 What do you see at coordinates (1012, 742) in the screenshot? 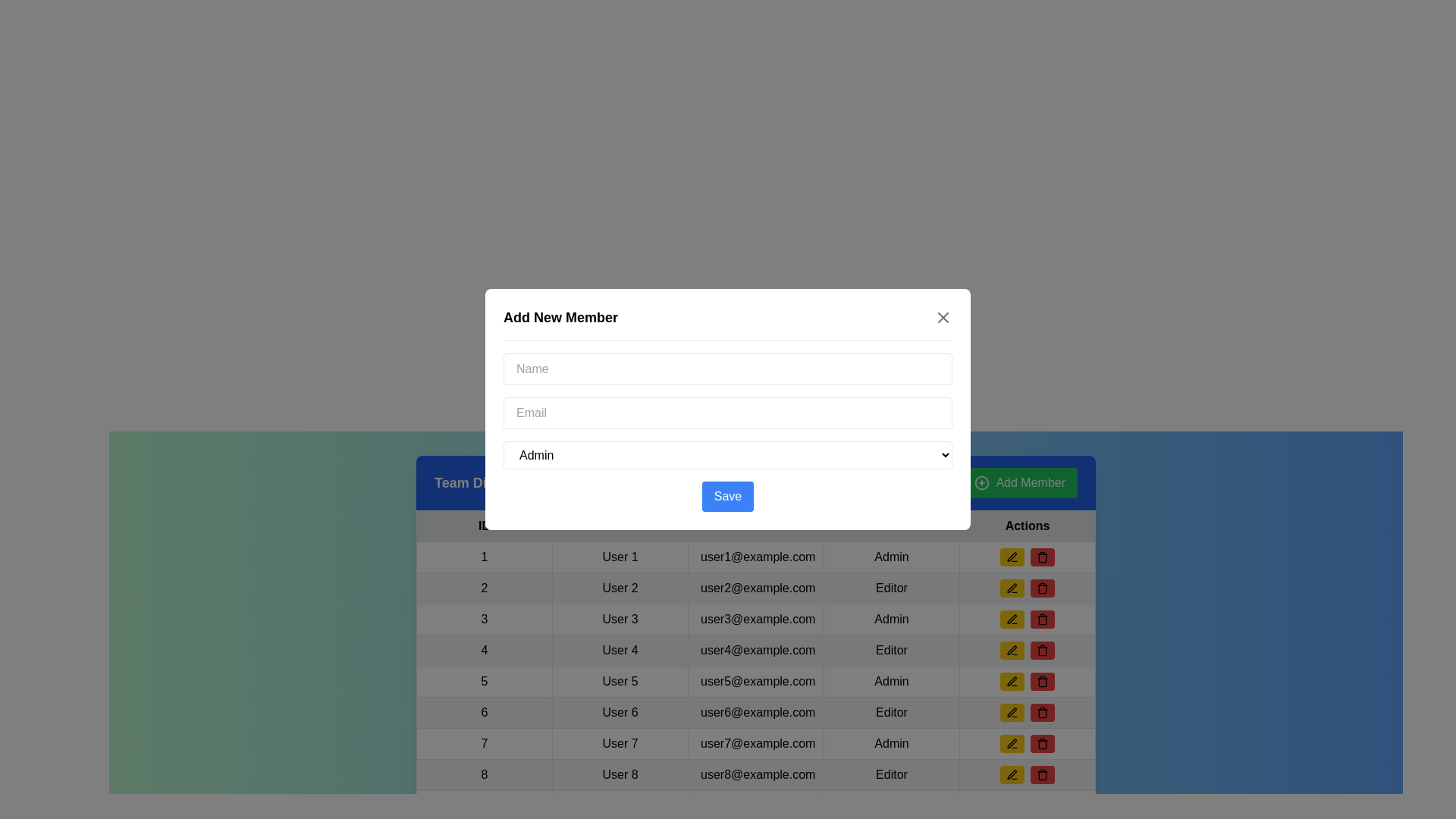
I see `the edit button located in the last row of the table under the 'Actions' column` at bounding box center [1012, 742].